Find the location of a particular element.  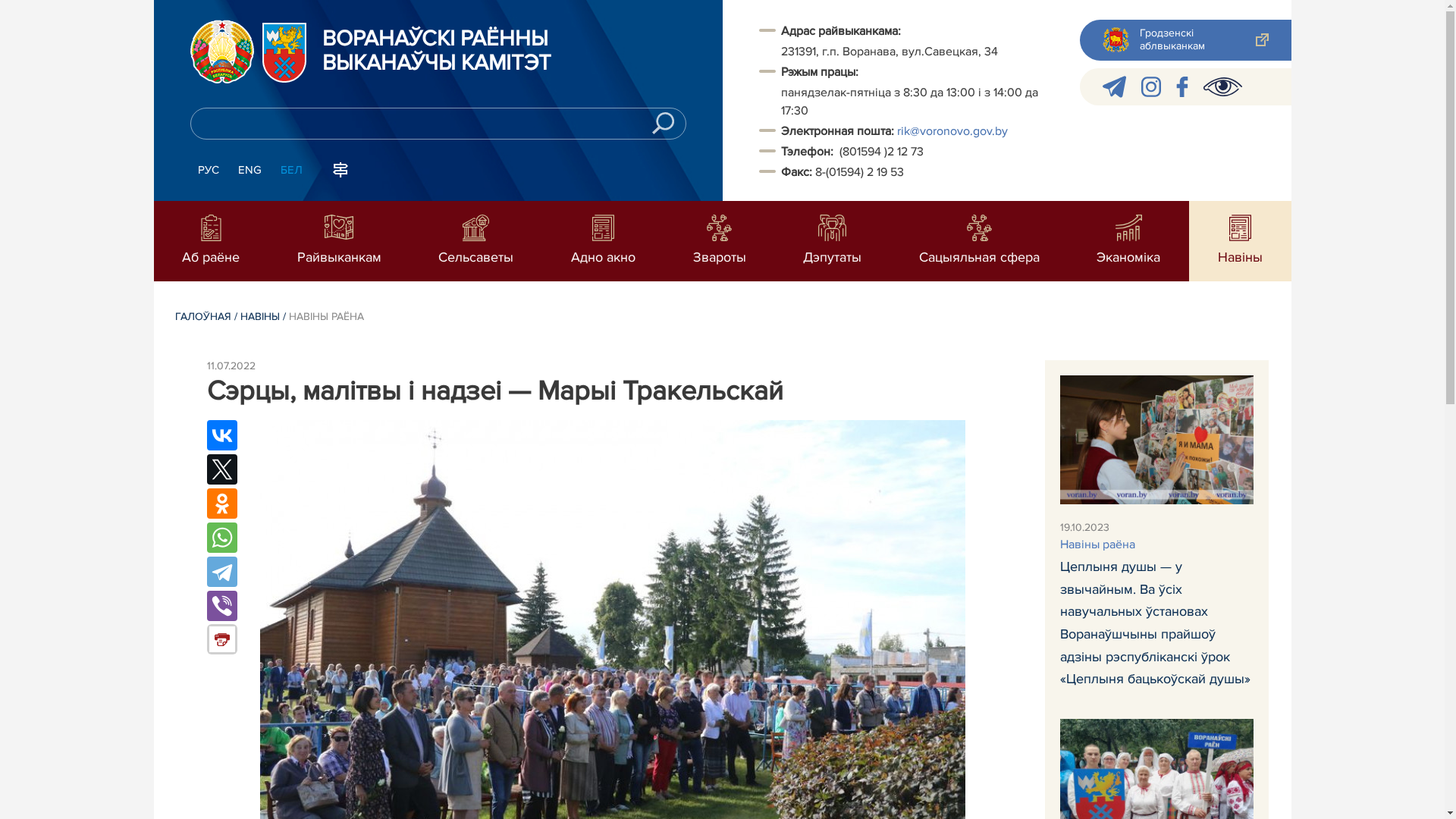

'rik@voronovo.gov.by' is located at coordinates (896, 130).